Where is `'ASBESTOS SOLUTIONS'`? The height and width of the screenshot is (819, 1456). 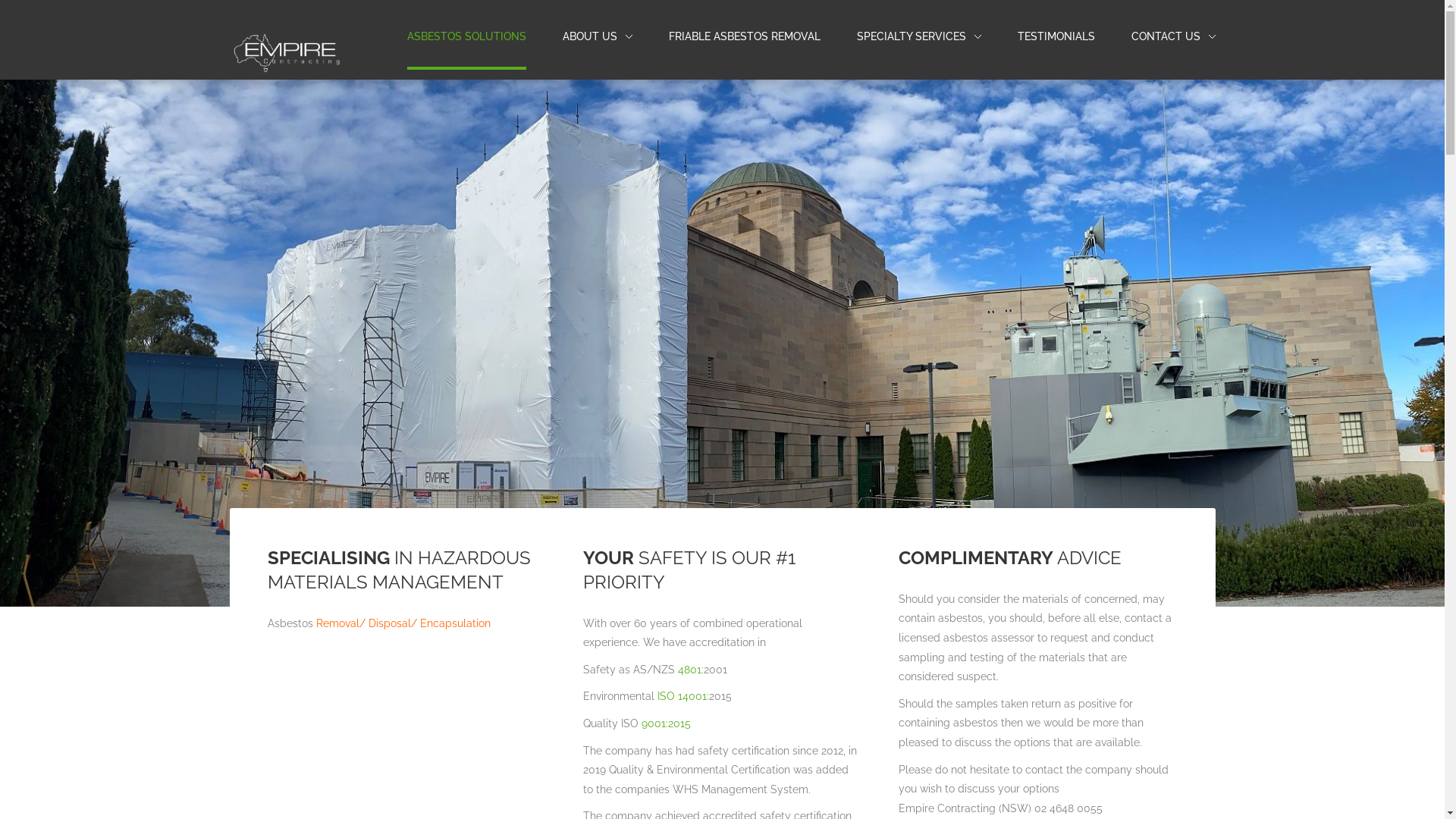
'ASBESTOS SOLUTIONS' is located at coordinates (465, 36).